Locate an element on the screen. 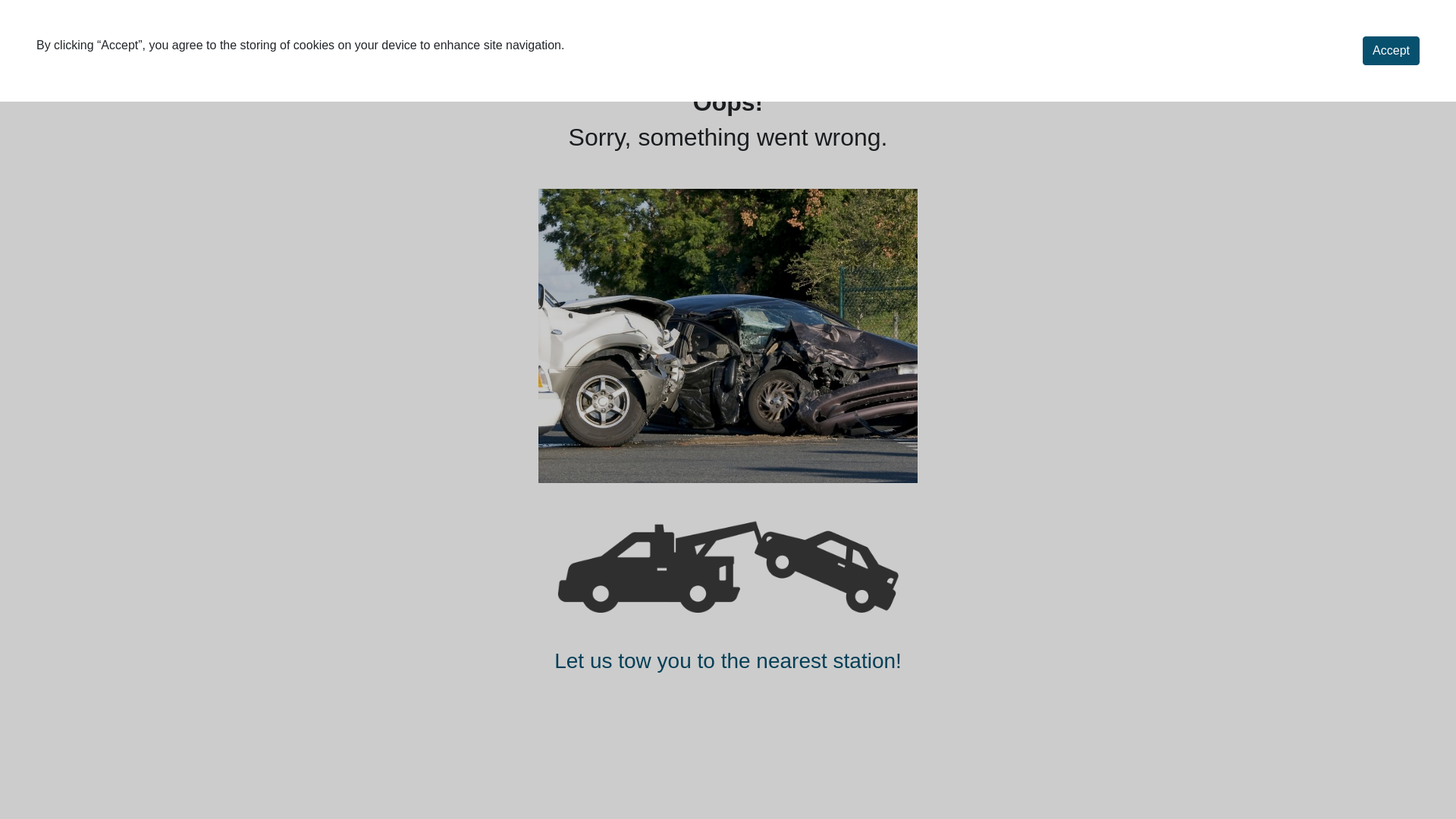 The width and height of the screenshot is (1456, 819). '500' is located at coordinates (728, 335).